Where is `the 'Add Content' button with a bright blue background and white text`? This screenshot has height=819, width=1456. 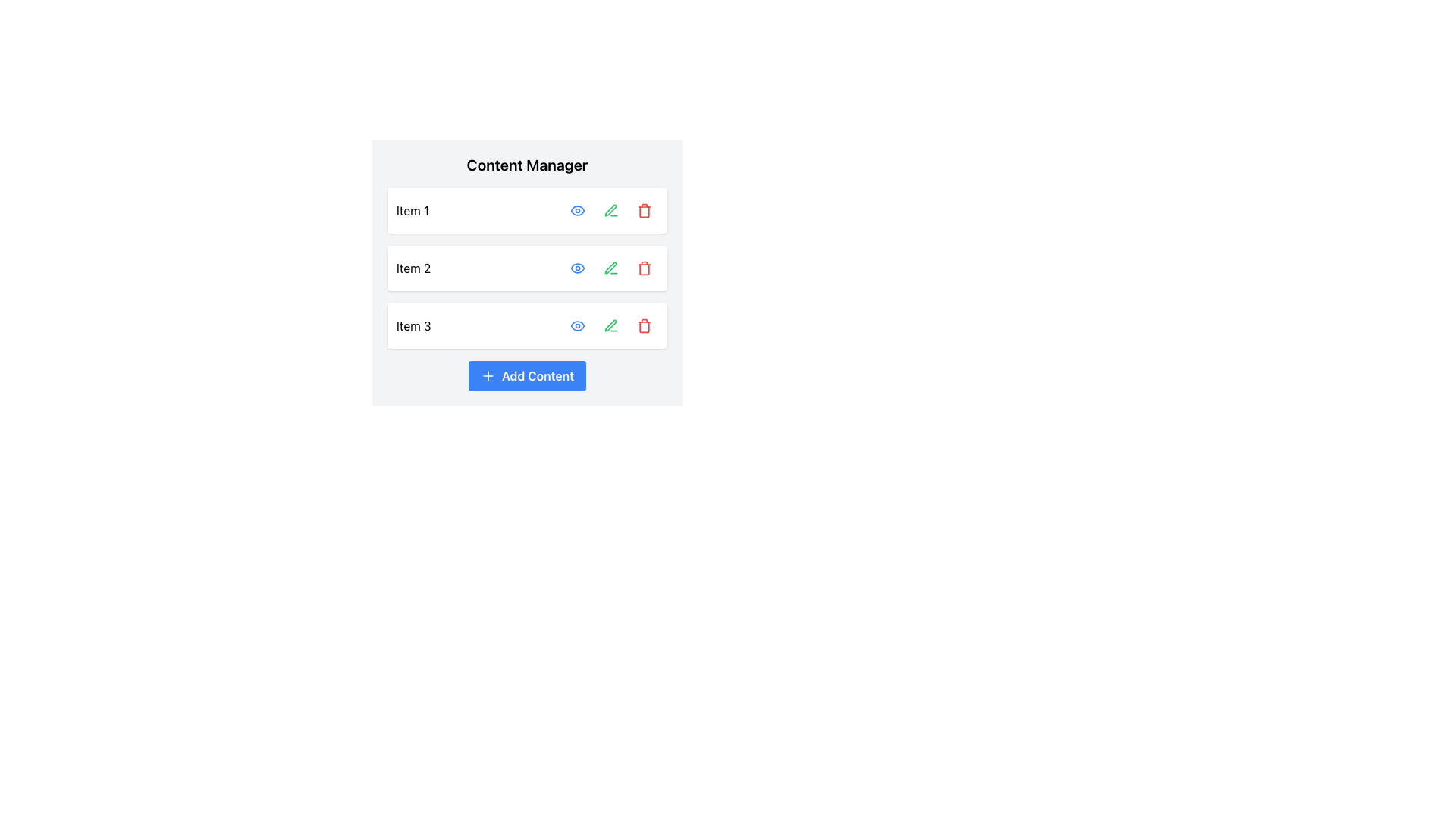 the 'Add Content' button with a bright blue background and white text is located at coordinates (527, 375).